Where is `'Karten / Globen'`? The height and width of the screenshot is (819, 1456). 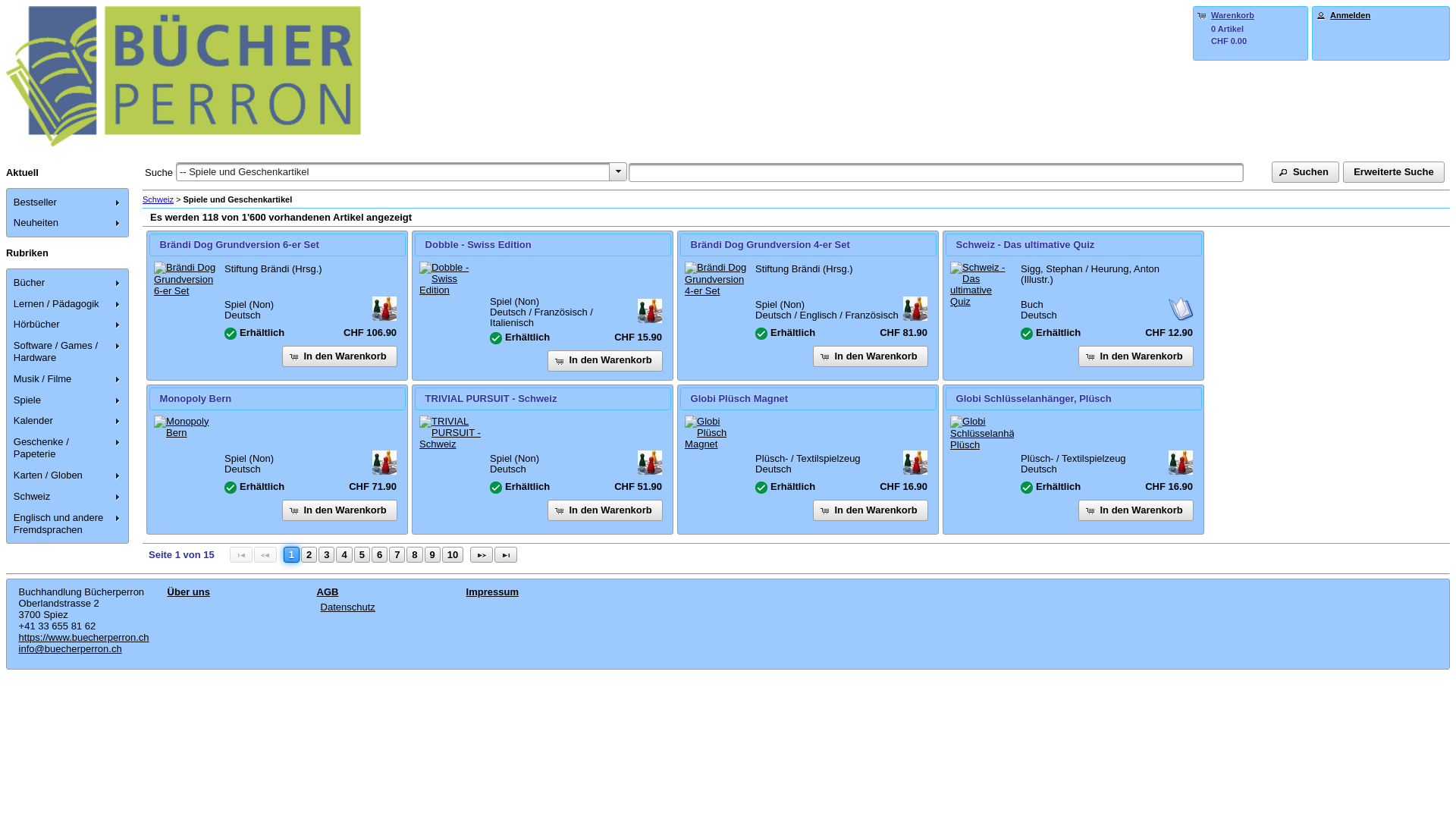
'Karten / Globen' is located at coordinates (67, 475).